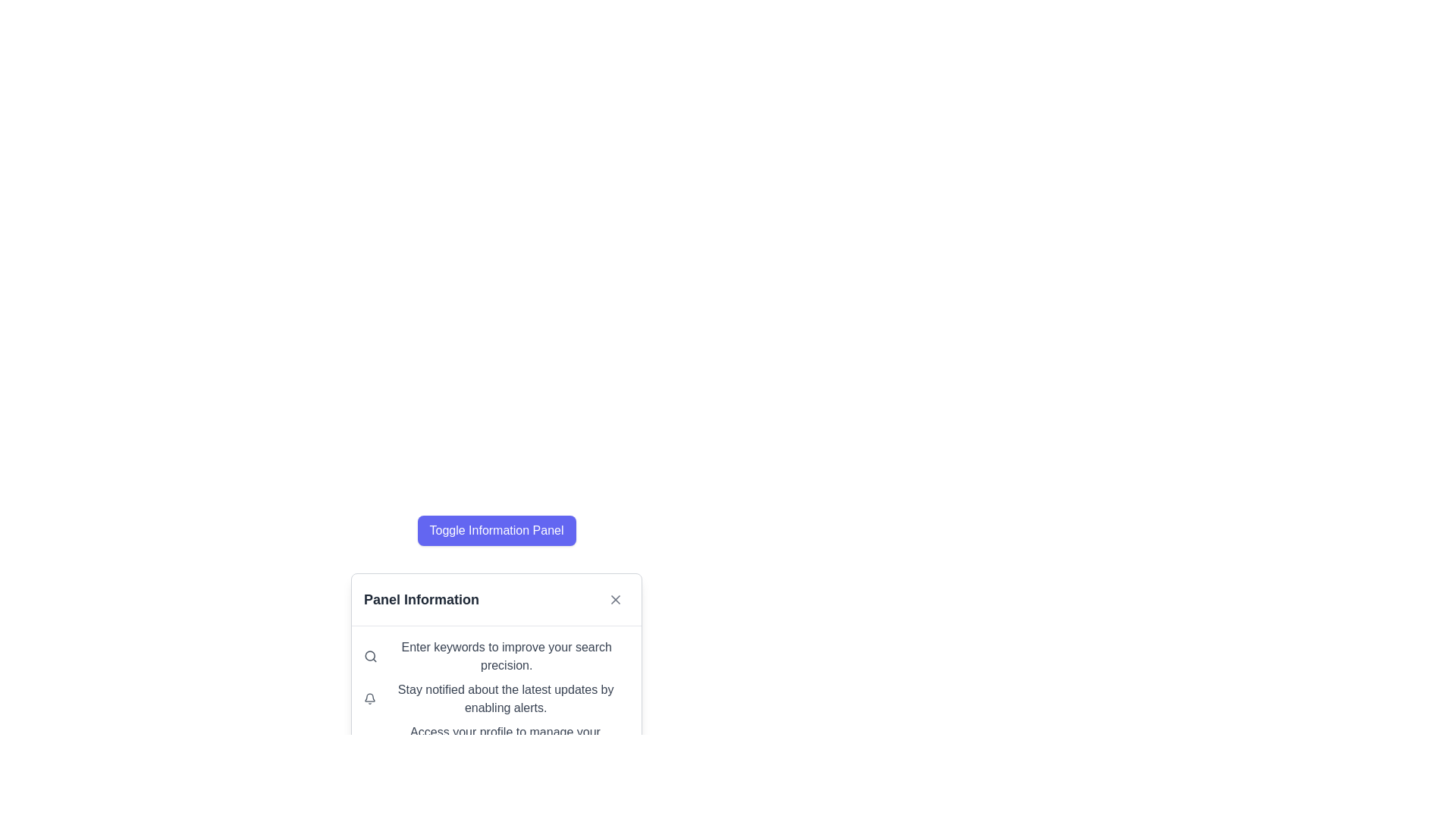  I want to click on the Informational Text Block with Icon that features a bell icon and the text 'Stay notified about the latest updates by enabling alerts.', so click(496, 698).